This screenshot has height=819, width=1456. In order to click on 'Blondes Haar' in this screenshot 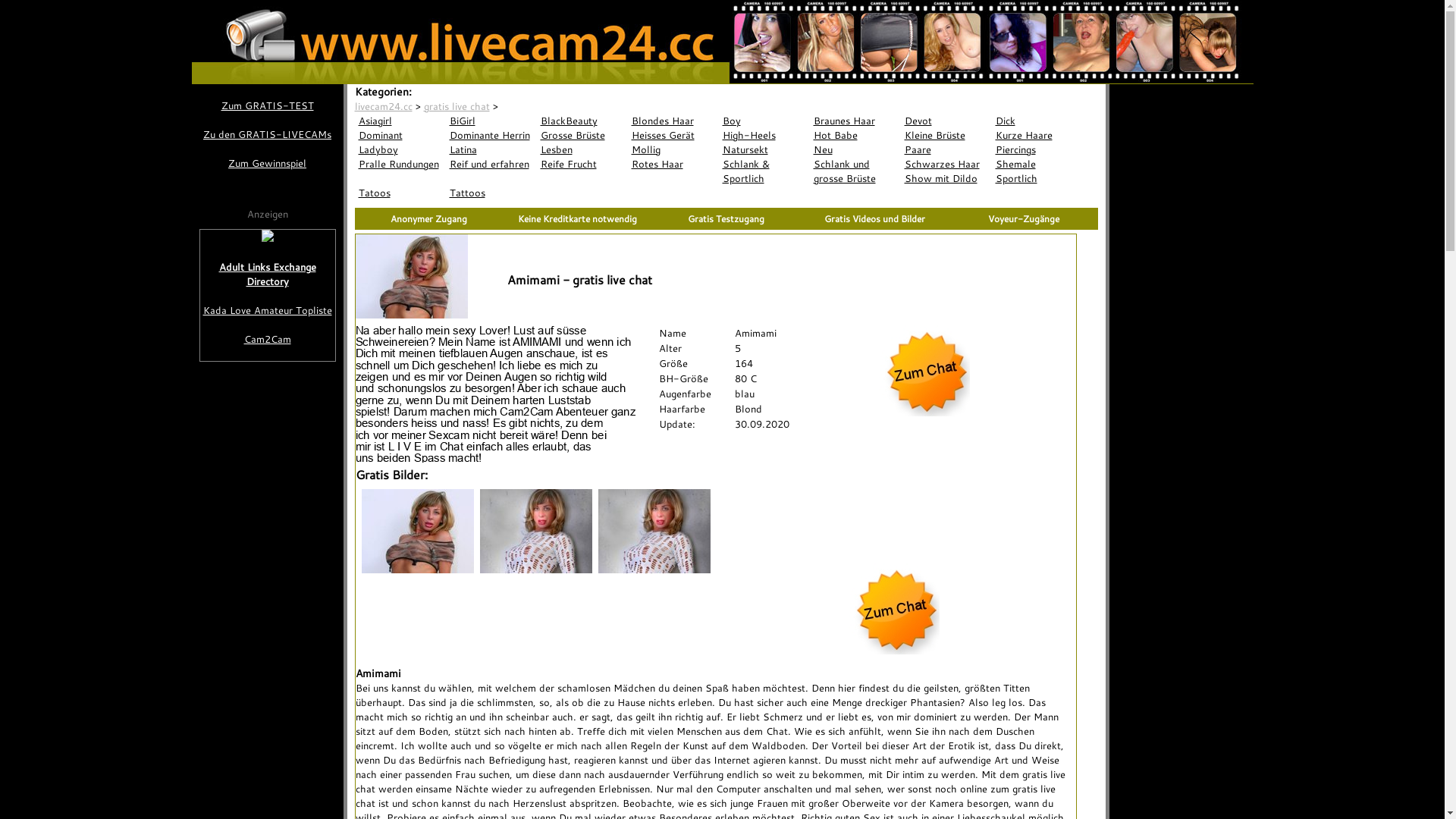, I will do `click(673, 120)`.